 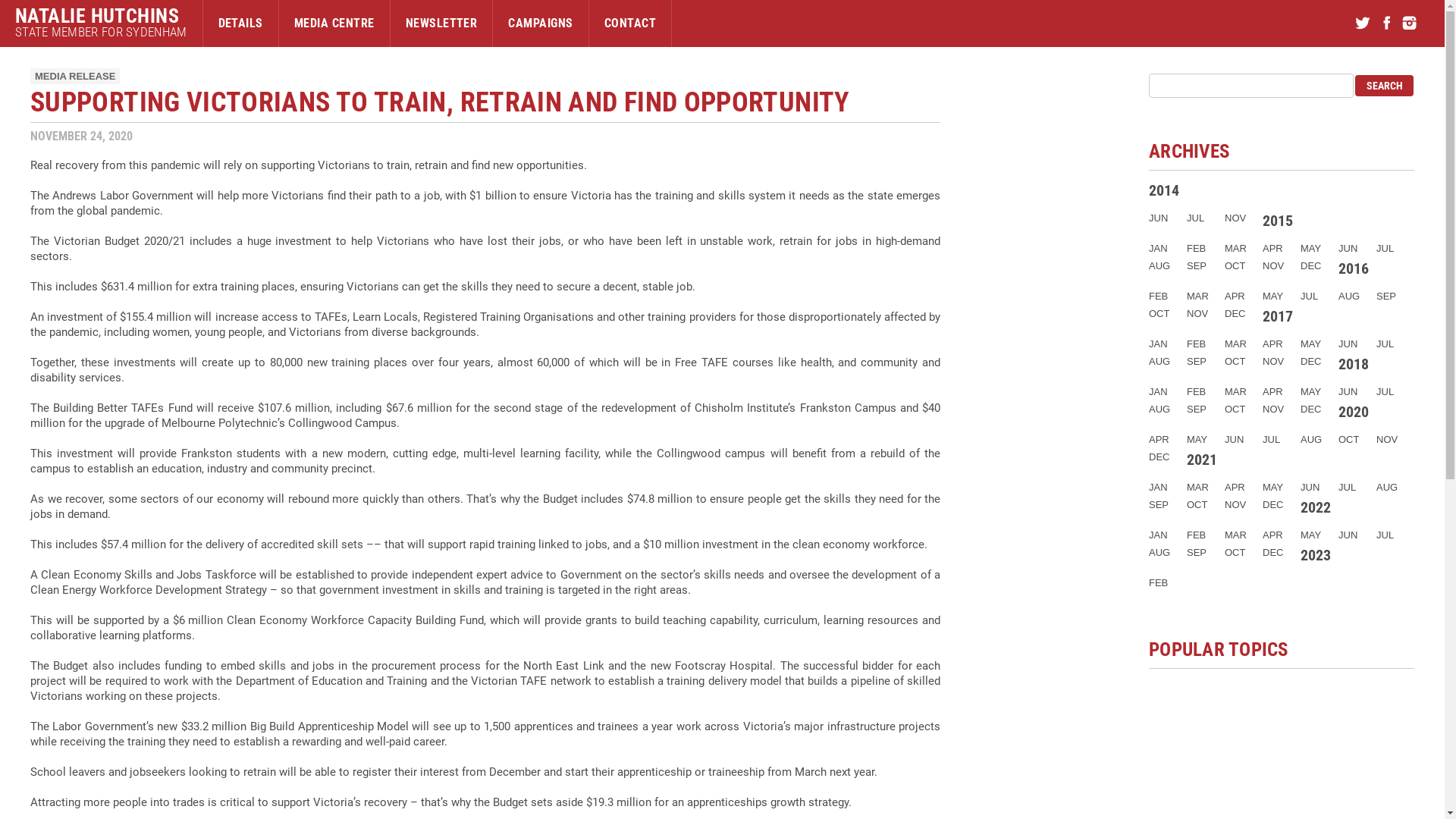 What do you see at coordinates (390, 23) in the screenshot?
I see `'NEWSLETTER'` at bounding box center [390, 23].